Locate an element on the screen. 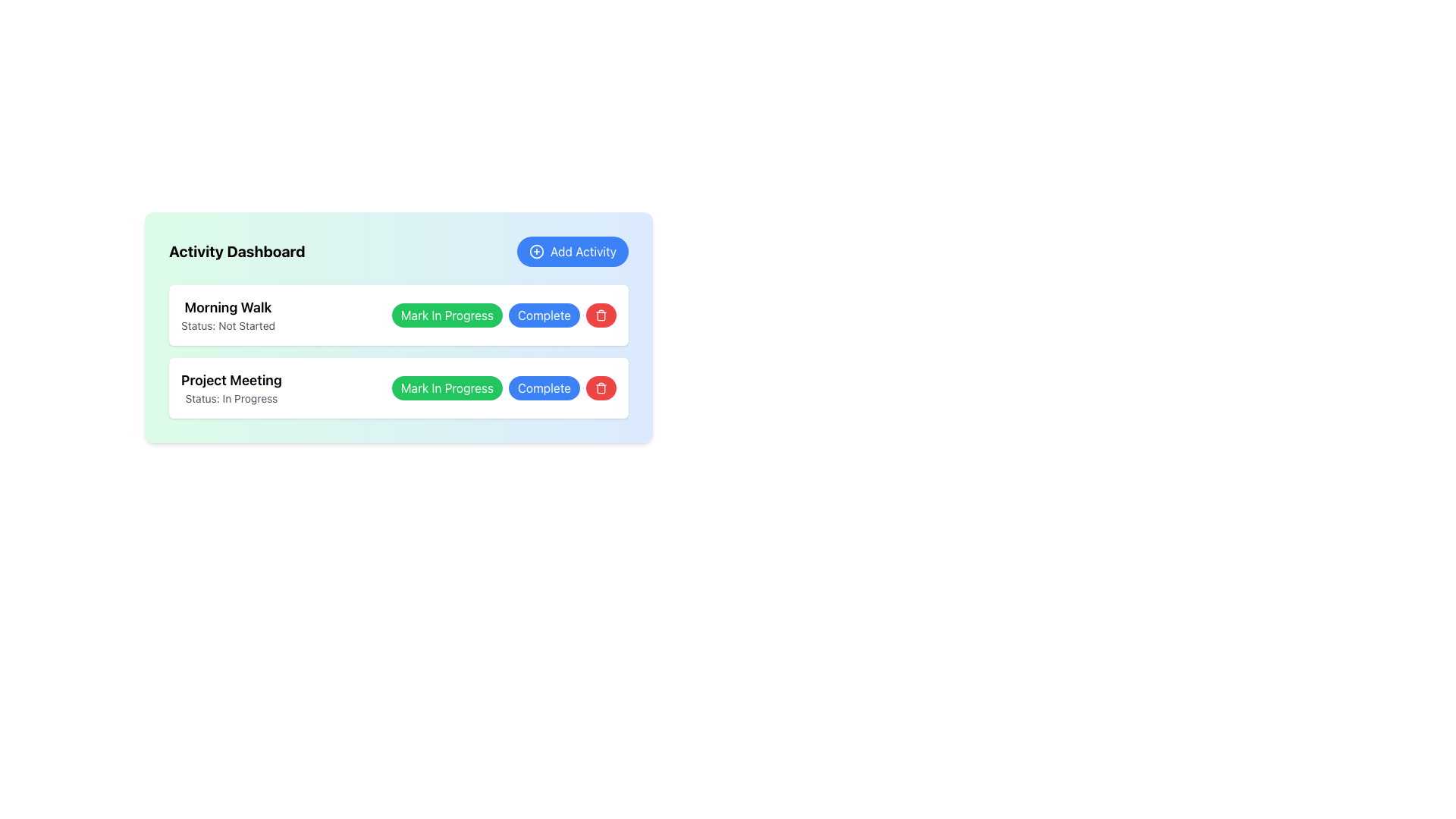 The width and height of the screenshot is (1456, 819). the text label displaying the title 'Morning Walk' located at the top of the activity card in the interface, which is positioned below the 'Activity Dashboard' is located at coordinates (227, 307).